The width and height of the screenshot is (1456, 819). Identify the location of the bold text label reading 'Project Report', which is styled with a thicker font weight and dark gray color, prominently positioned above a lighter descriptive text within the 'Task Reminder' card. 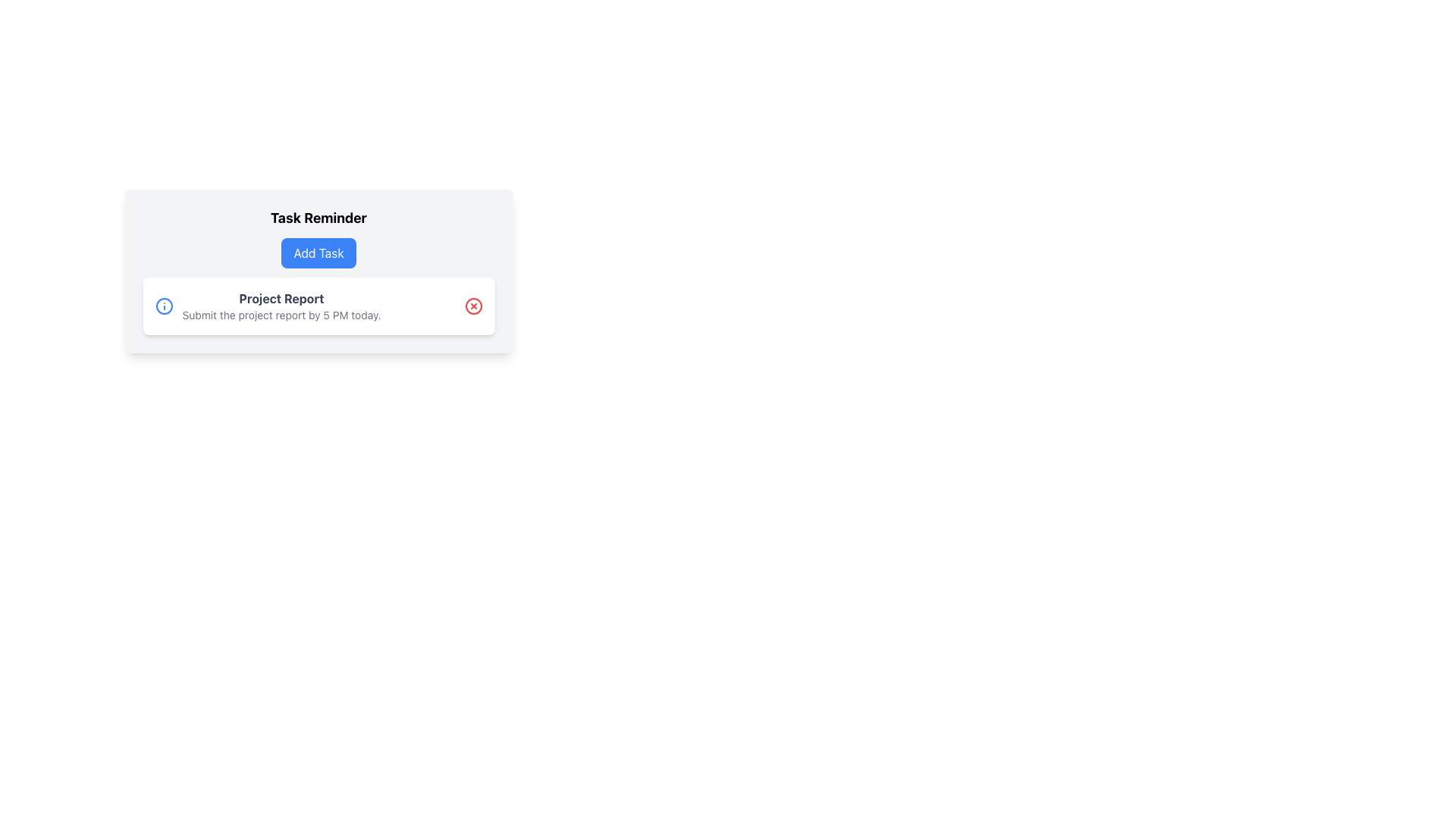
(281, 298).